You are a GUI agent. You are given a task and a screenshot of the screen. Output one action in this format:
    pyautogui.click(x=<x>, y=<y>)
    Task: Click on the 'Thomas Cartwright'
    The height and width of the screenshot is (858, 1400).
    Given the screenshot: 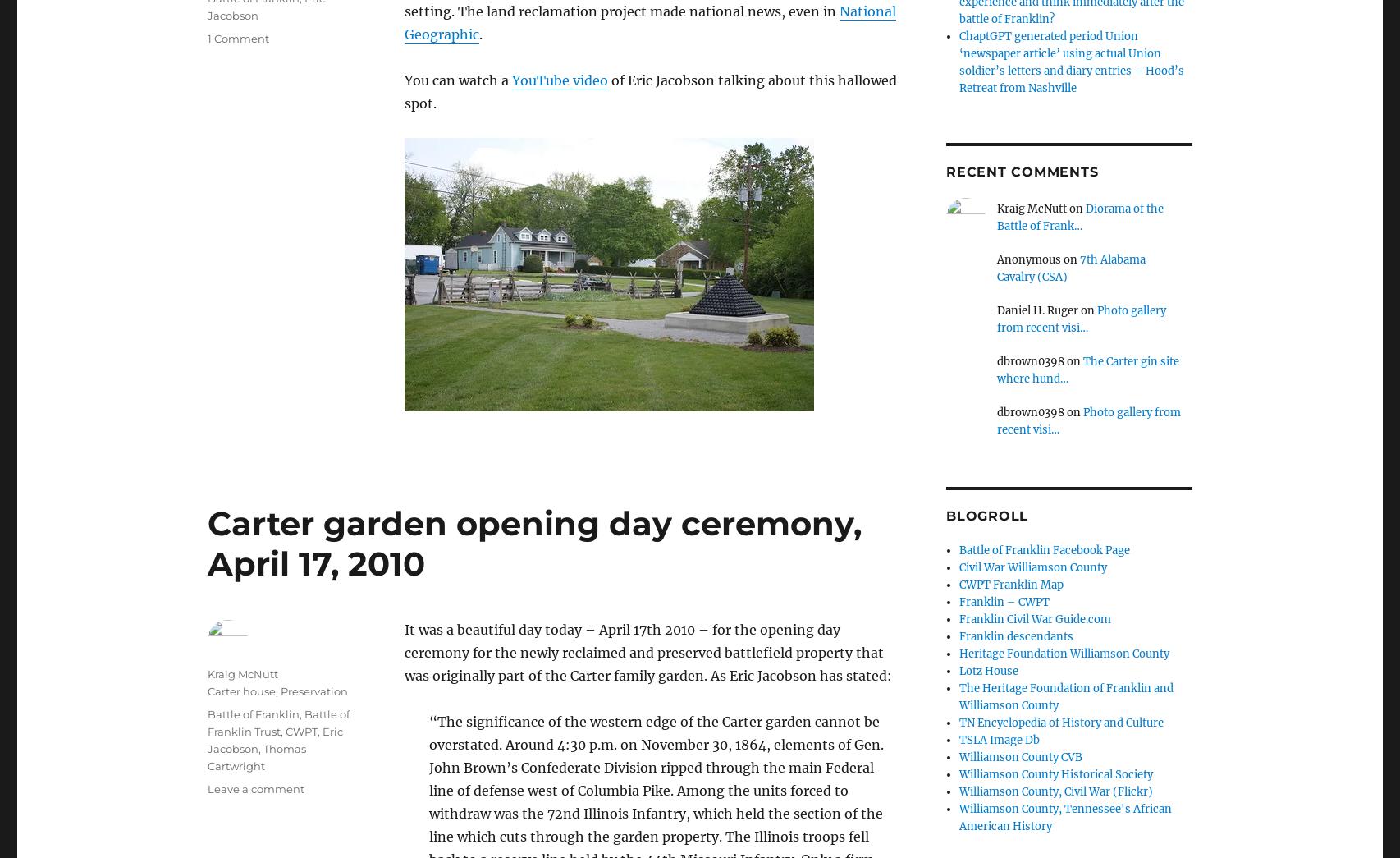 What is the action you would take?
    pyautogui.click(x=257, y=756)
    